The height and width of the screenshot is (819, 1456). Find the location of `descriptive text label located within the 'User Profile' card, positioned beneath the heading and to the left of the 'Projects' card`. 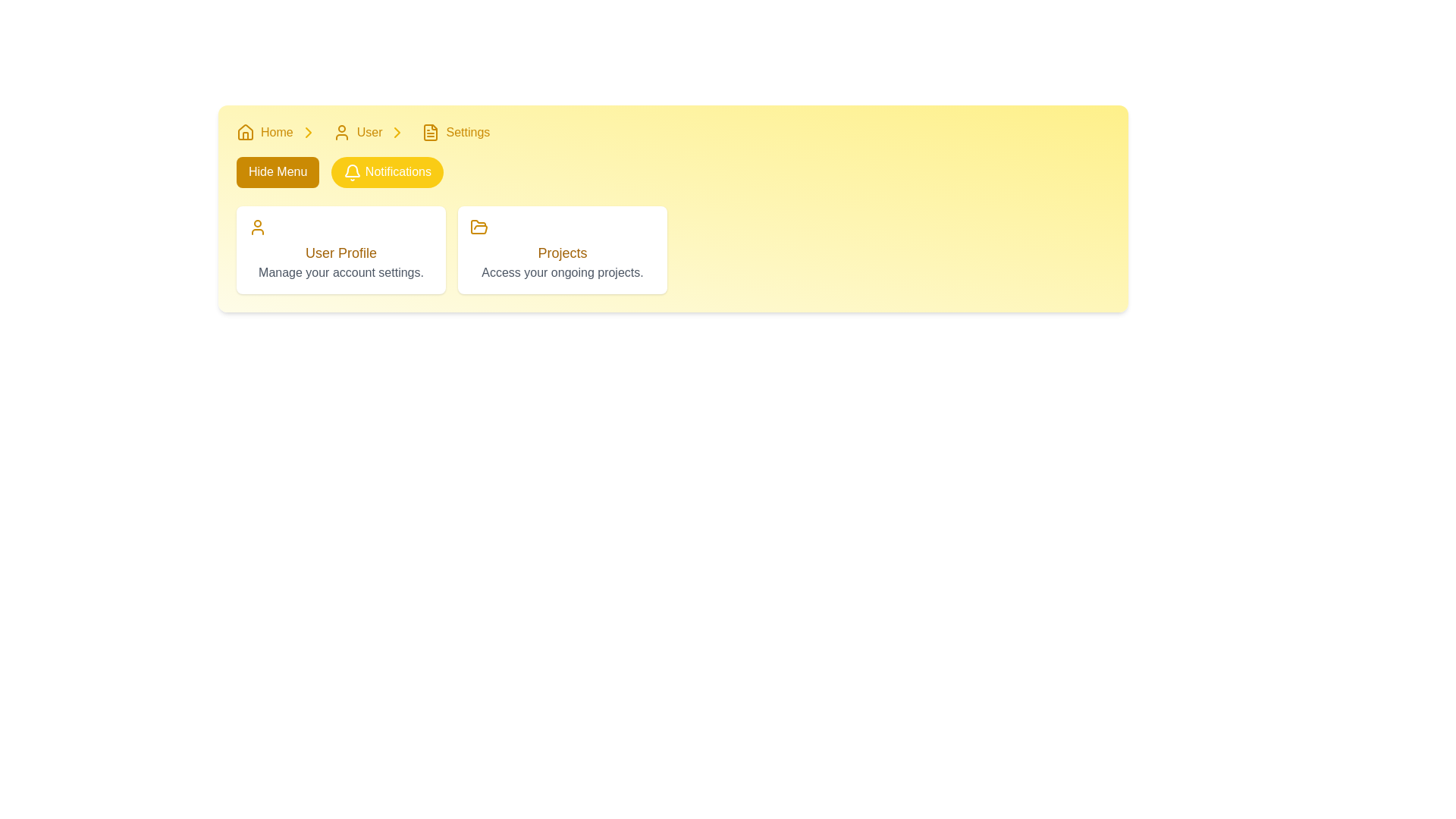

descriptive text label located within the 'User Profile' card, positioned beneath the heading and to the left of the 'Projects' card is located at coordinates (340, 271).